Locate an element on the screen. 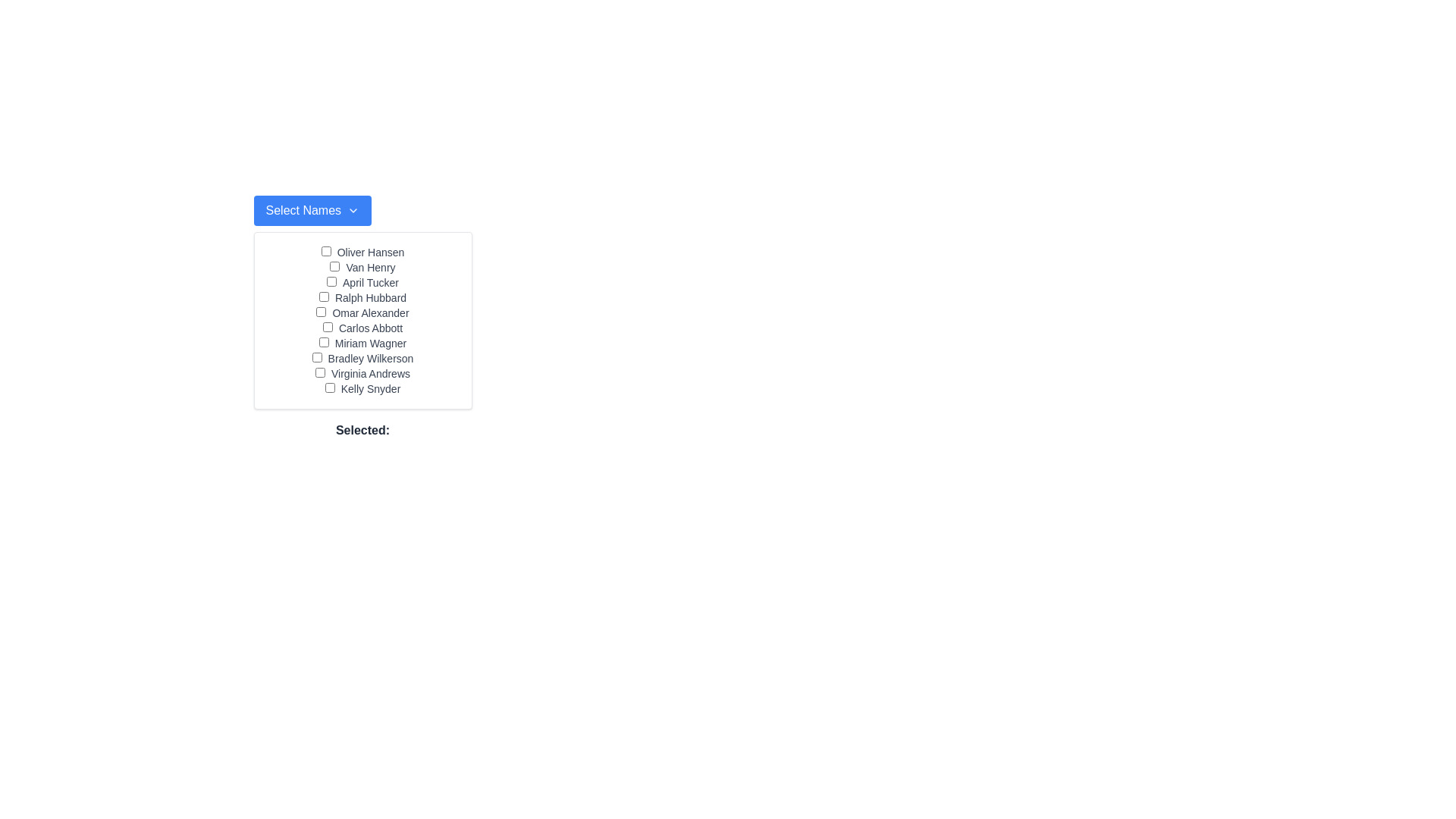 This screenshot has width=1456, height=819. the label associated with the checkbox, which is the 8th entry in a vertical list of names, located below the 'Select Names' dropdown and immediately following 'Miriam Wagner' is located at coordinates (362, 359).